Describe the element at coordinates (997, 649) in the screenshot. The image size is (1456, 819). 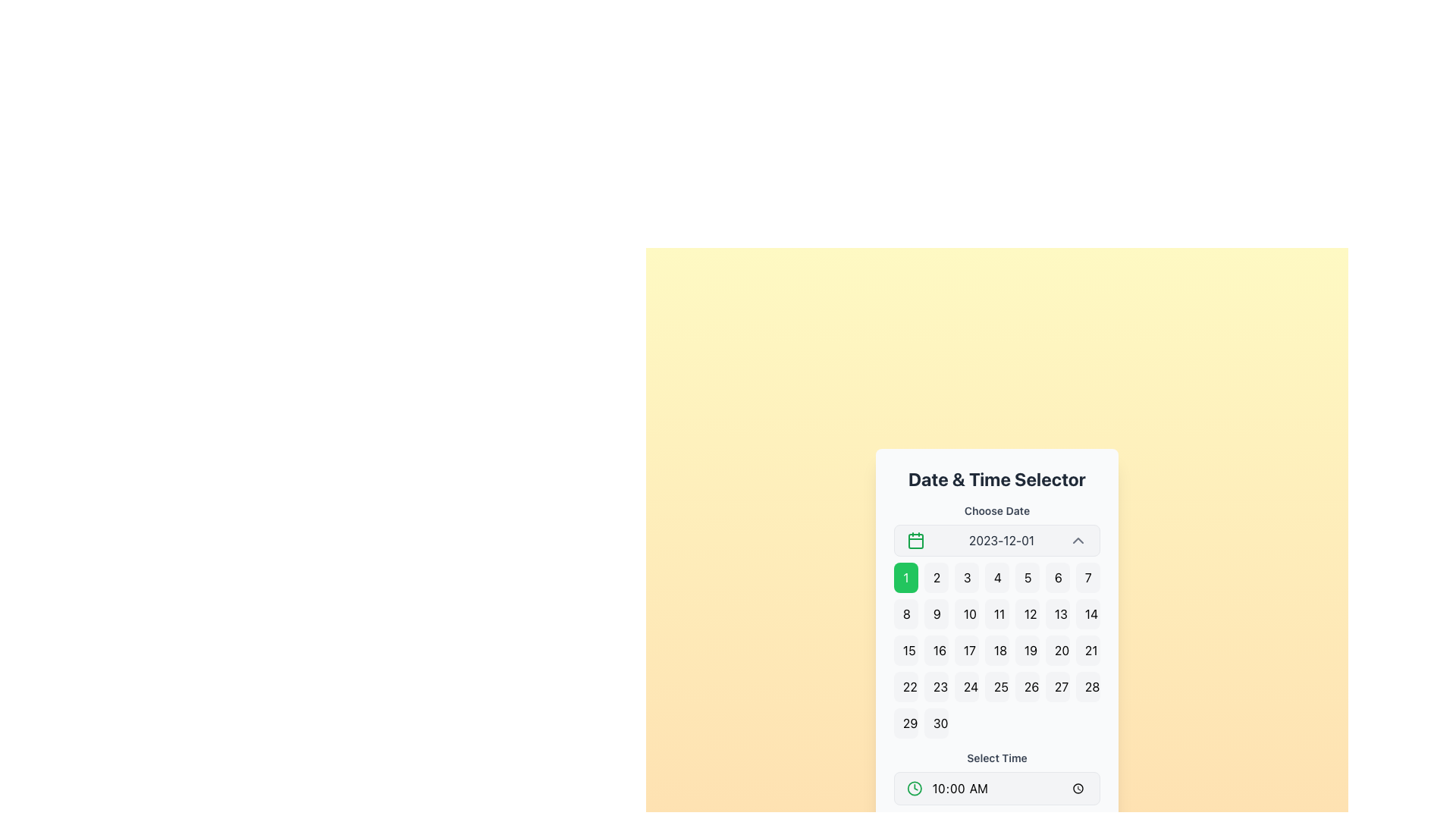
I see `the fourth button in the third row of the date picker component` at that location.